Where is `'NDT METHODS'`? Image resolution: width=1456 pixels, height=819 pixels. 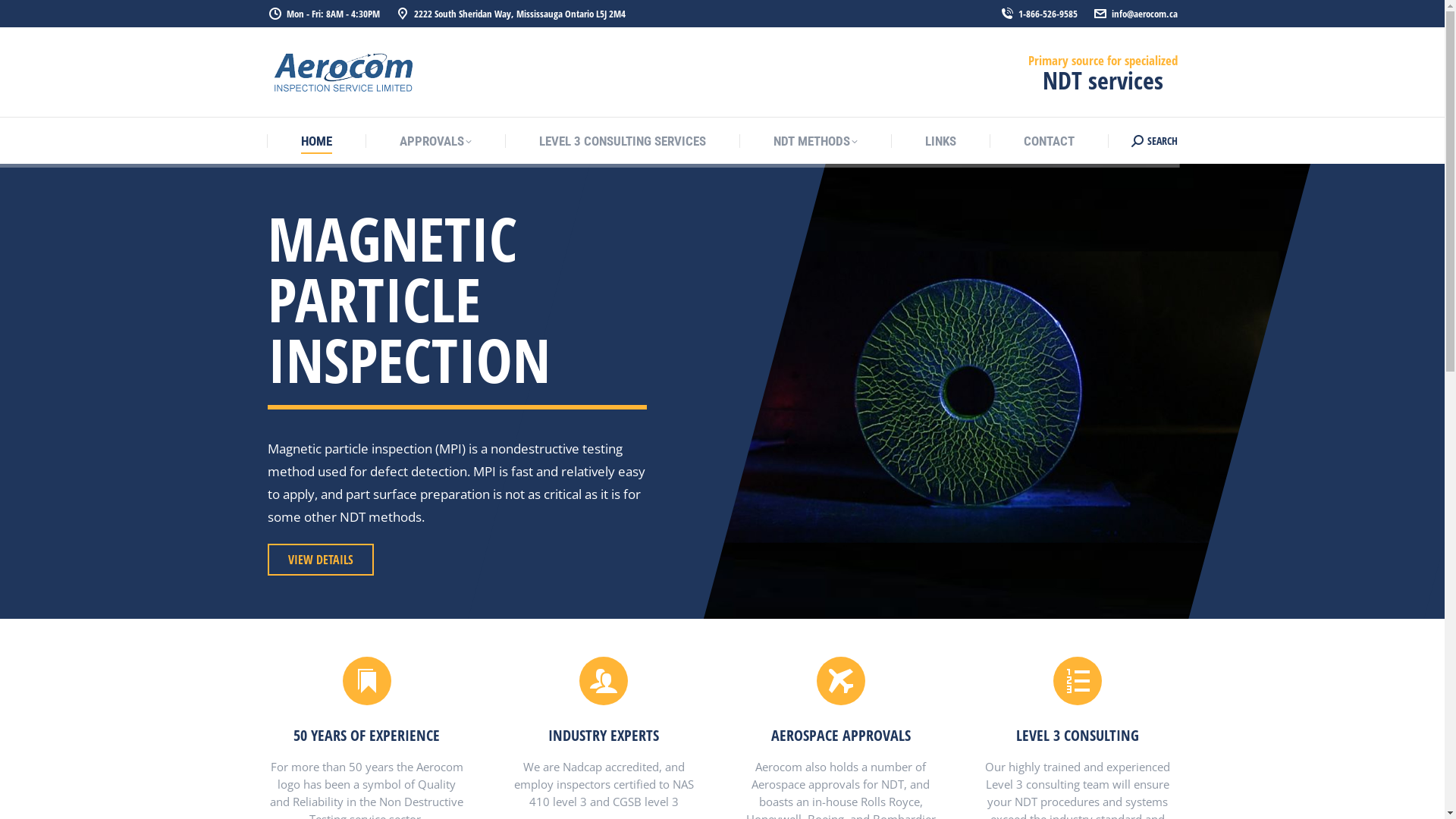
'NDT METHODS' is located at coordinates (773, 141).